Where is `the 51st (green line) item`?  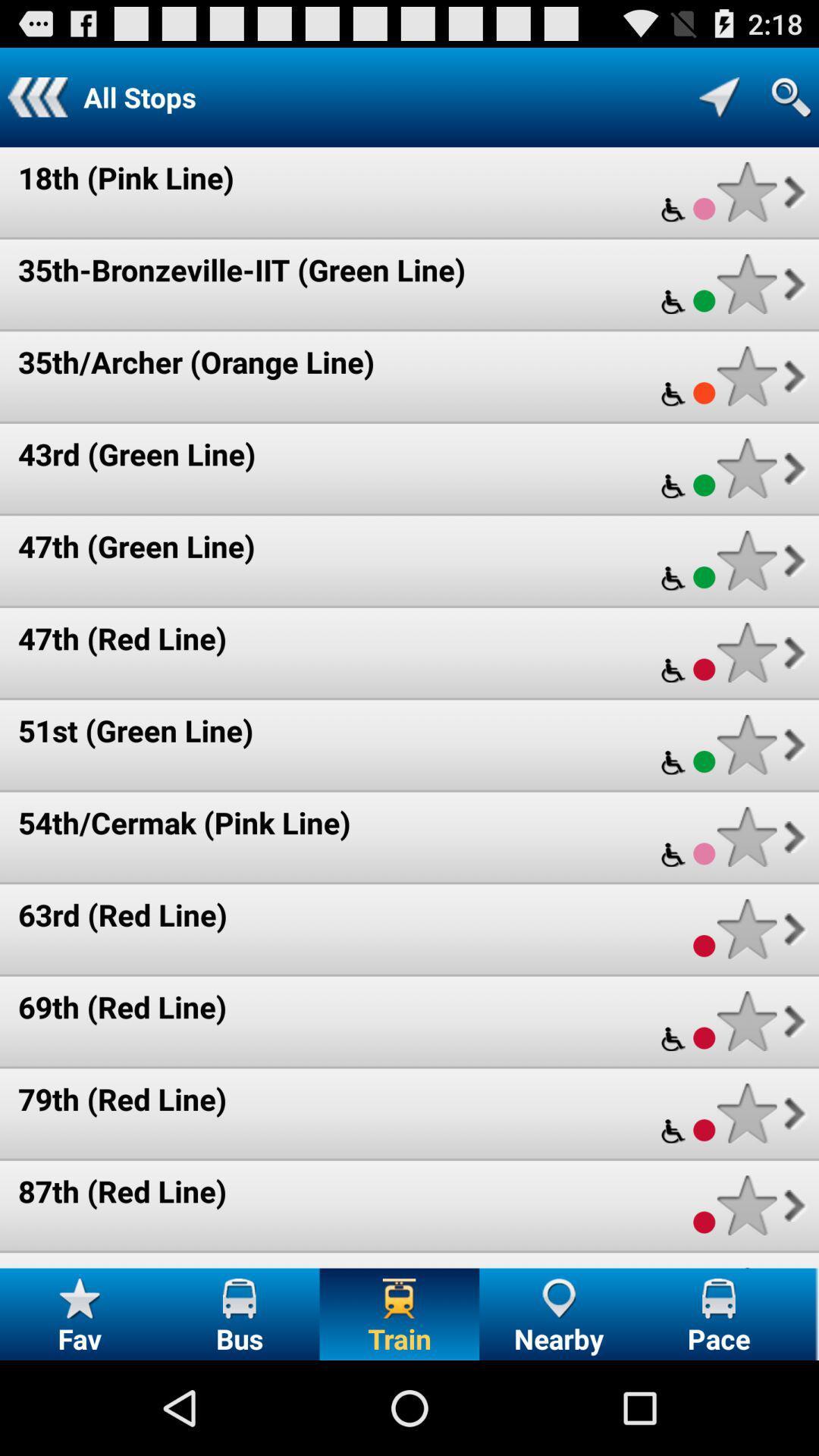 the 51st (green line) item is located at coordinates (135, 730).